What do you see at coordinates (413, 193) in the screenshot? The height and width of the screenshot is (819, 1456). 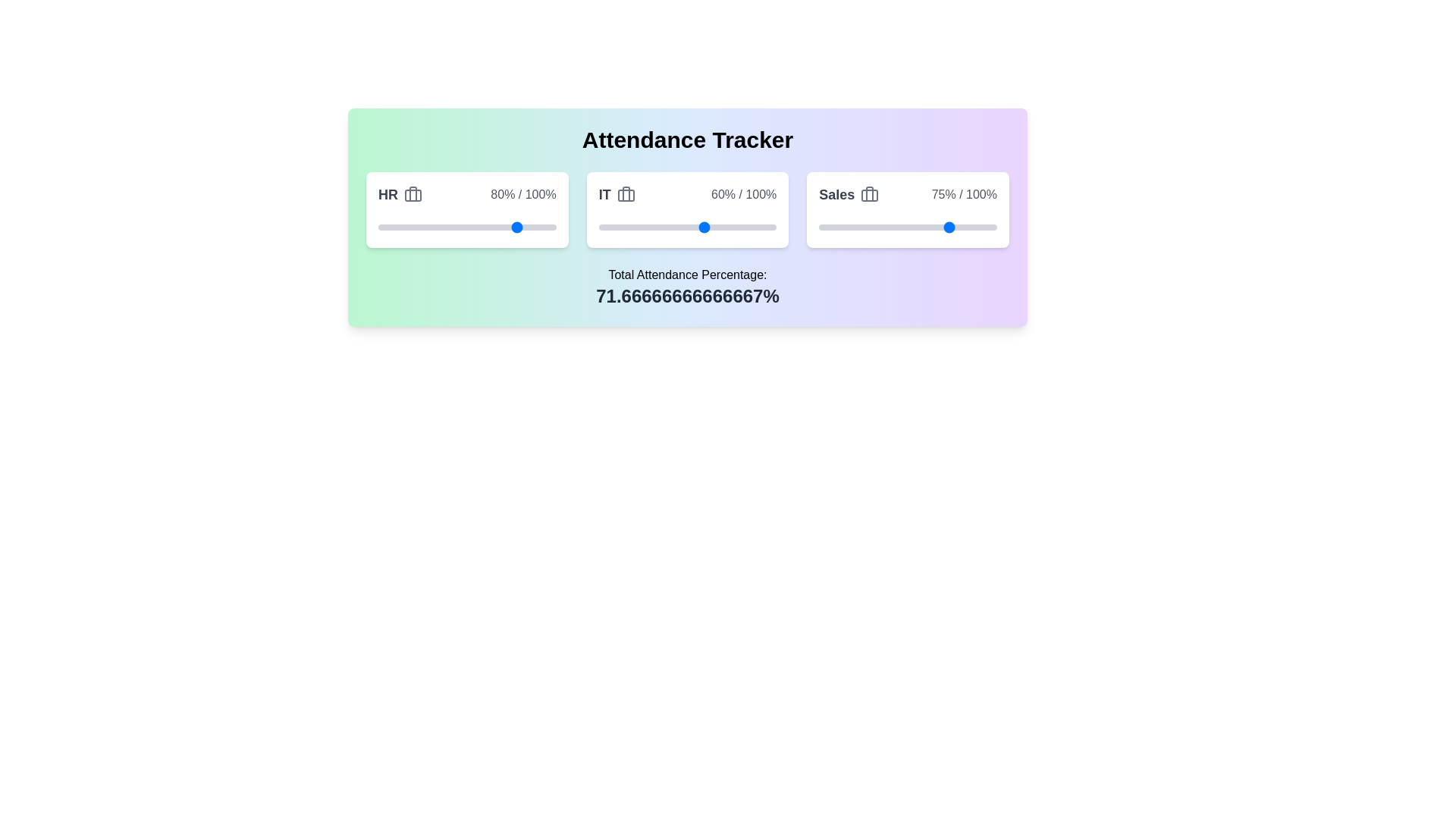 I see `the briefcase icon by clicking on the vertical line that forms the handle, which is positioned next to the 'HR' section` at bounding box center [413, 193].